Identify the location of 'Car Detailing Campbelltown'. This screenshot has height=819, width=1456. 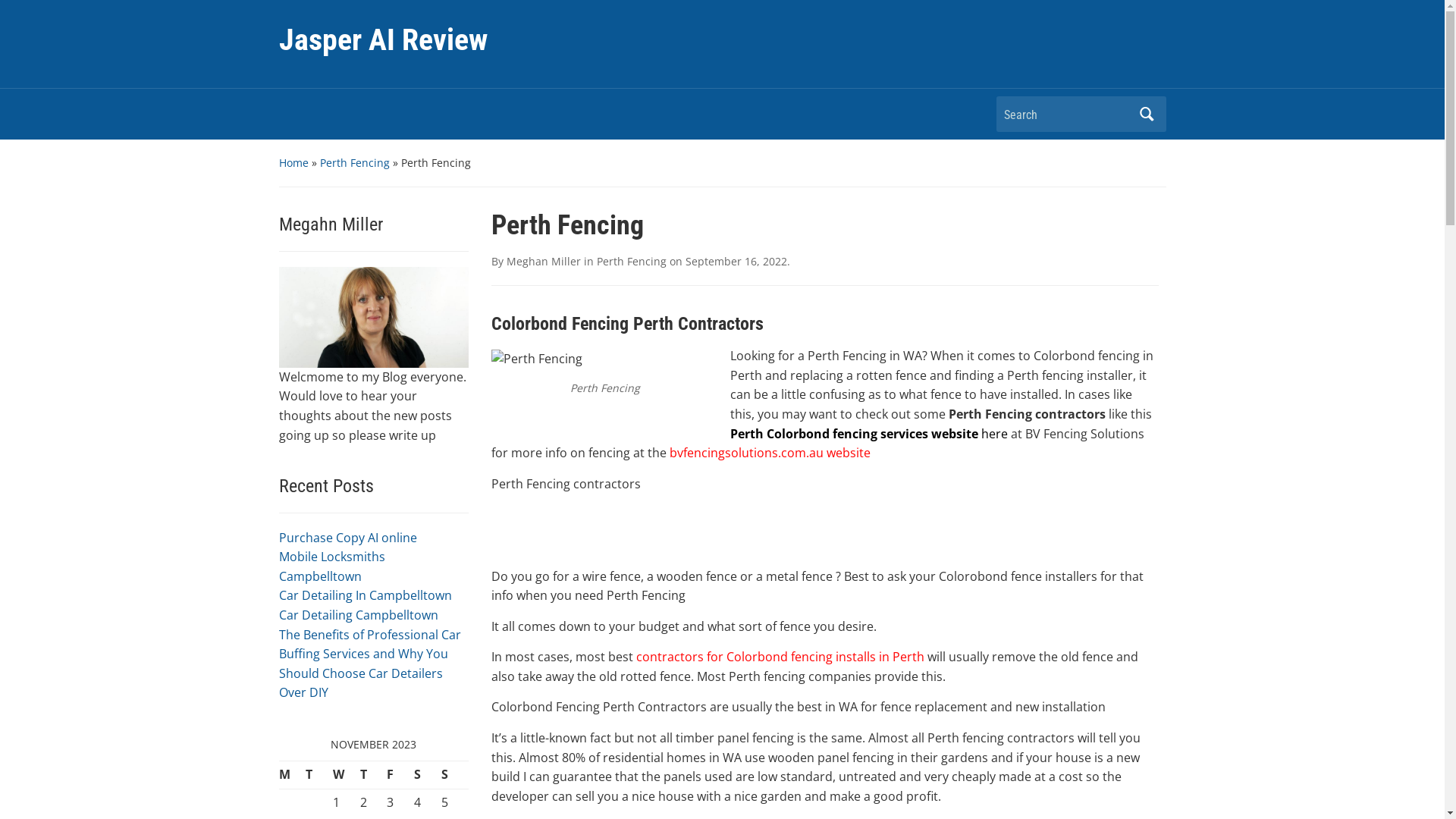
(279, 614).